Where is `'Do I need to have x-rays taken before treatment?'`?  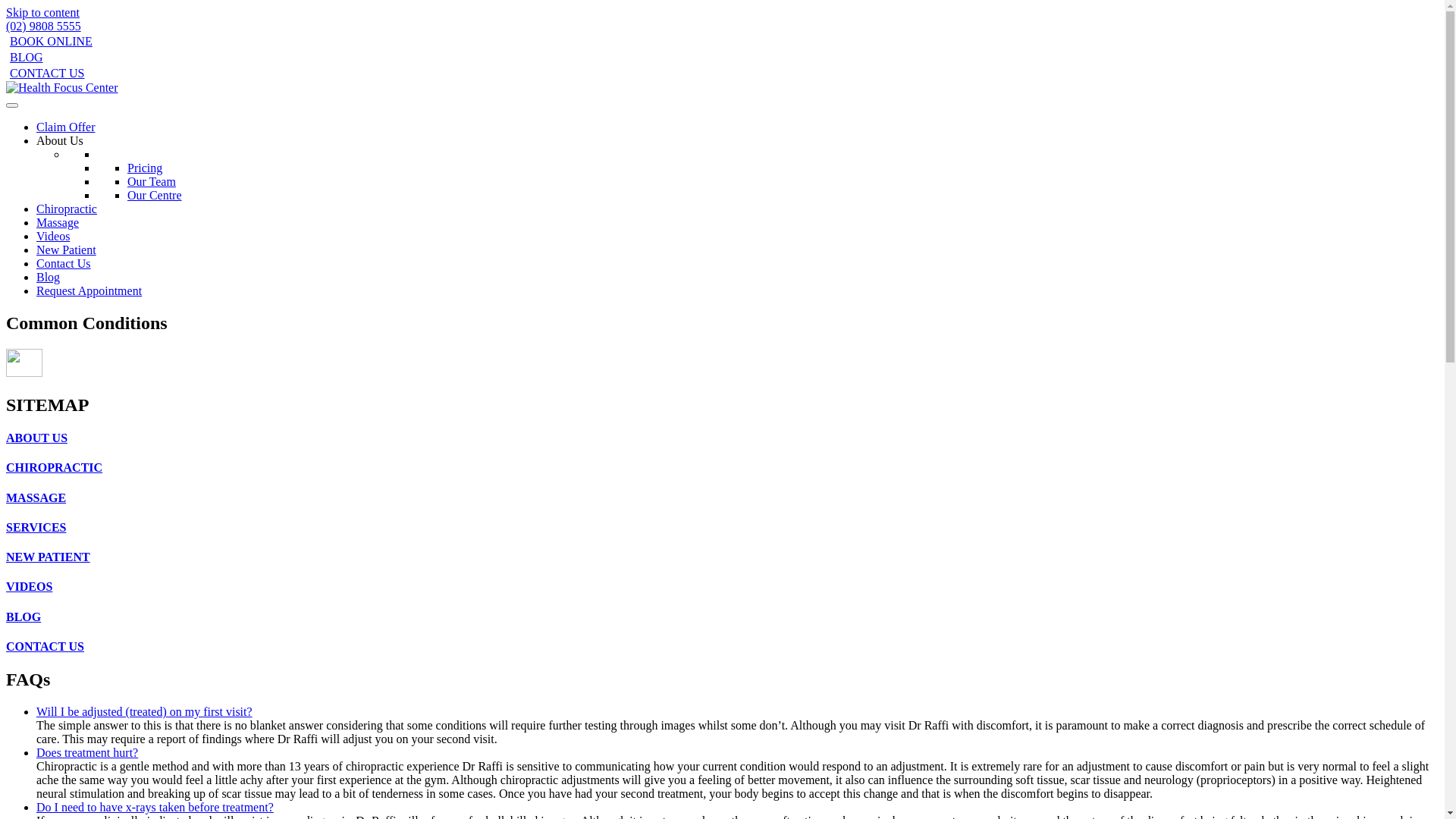
'Do I need to have x-rays taken before treatment?' is located at coordinates (155, 806).